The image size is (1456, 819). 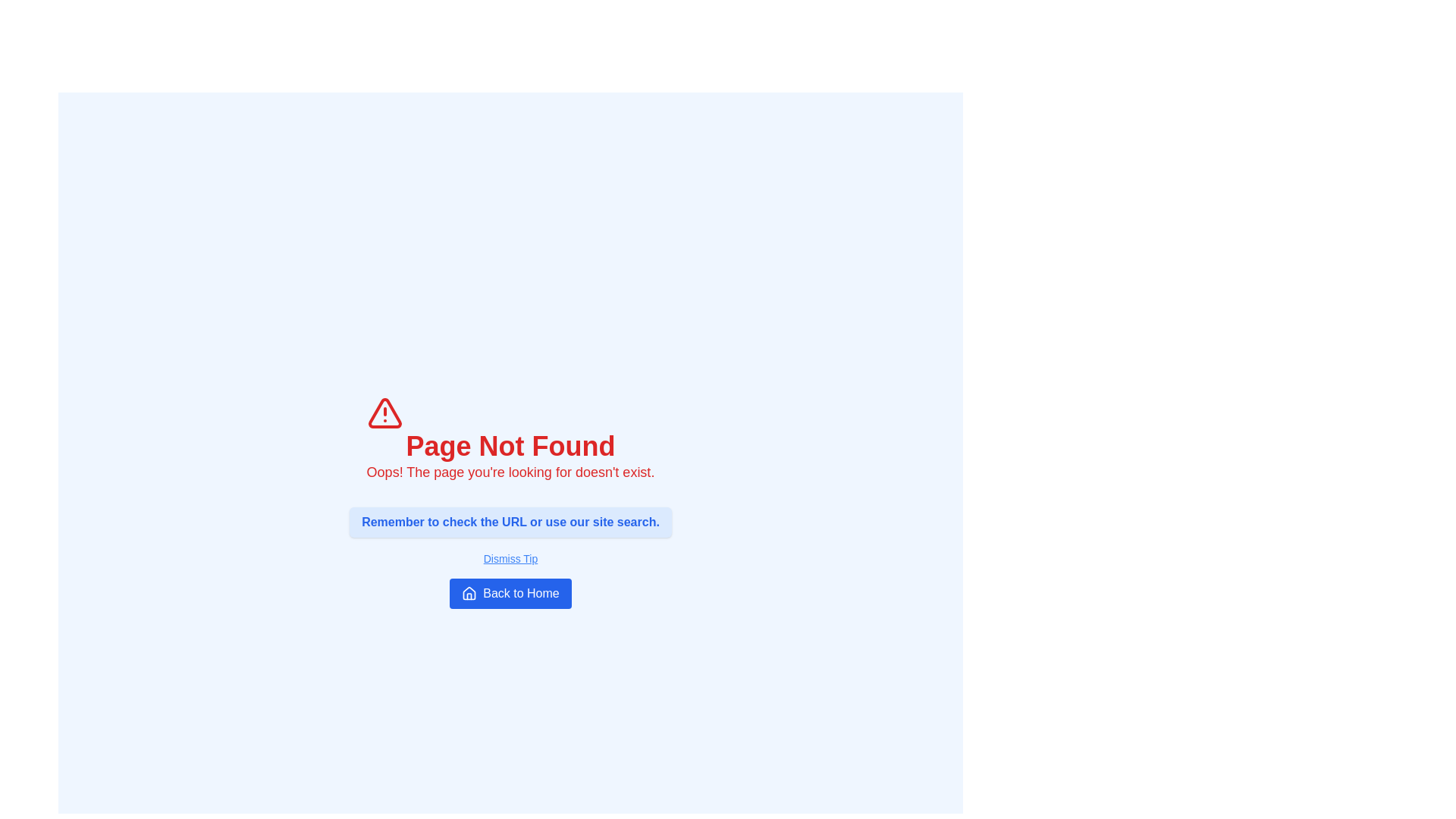 I want to click on the hyperlink that allows users to dismiss or hide a displayed informational tip or message, positioned under the text 'Remember to check the URL or use our site search.', so click(x=510, y=558).